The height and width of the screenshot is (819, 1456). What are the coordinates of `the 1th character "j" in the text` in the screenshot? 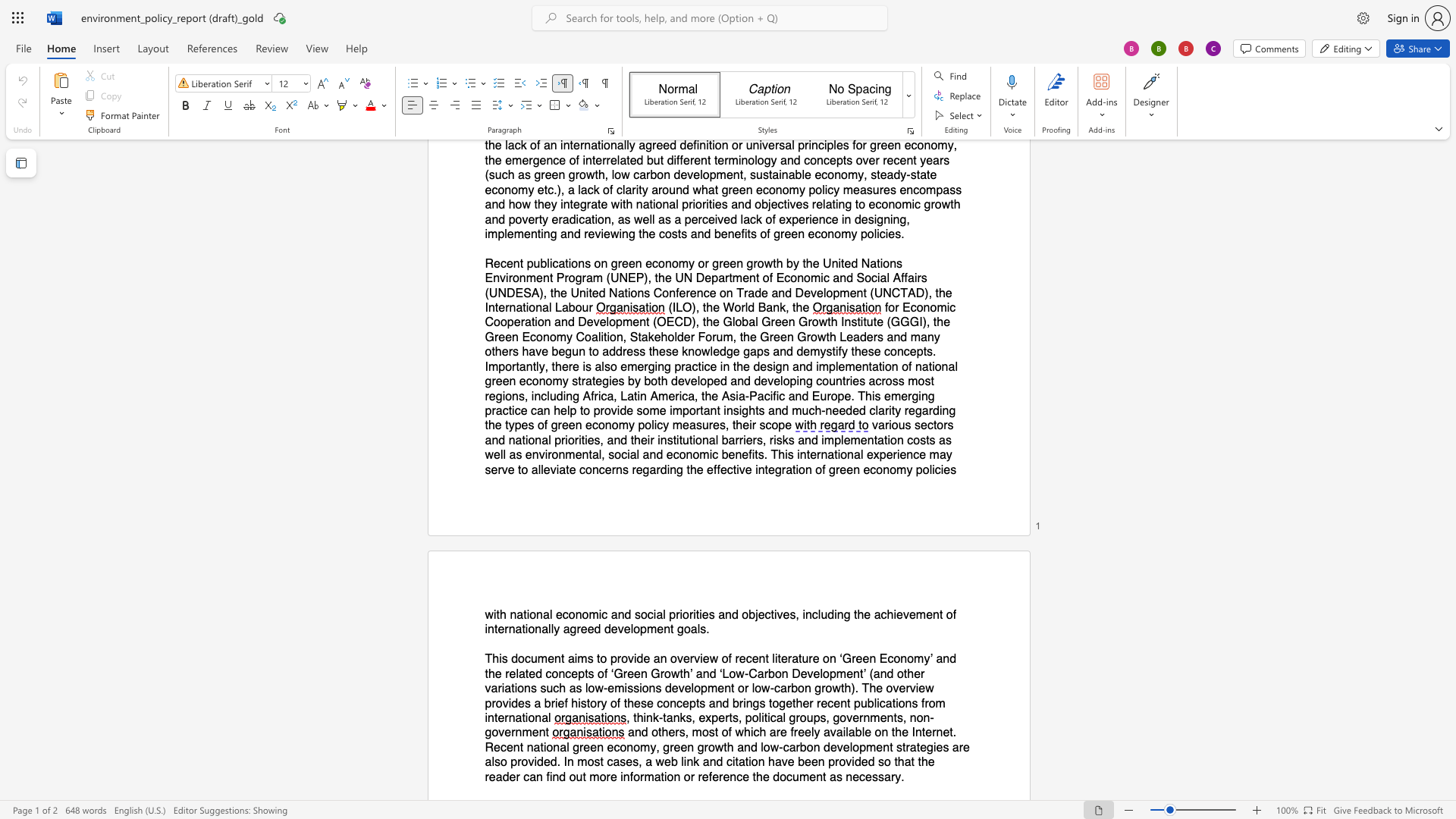 It's located at (757, 614).